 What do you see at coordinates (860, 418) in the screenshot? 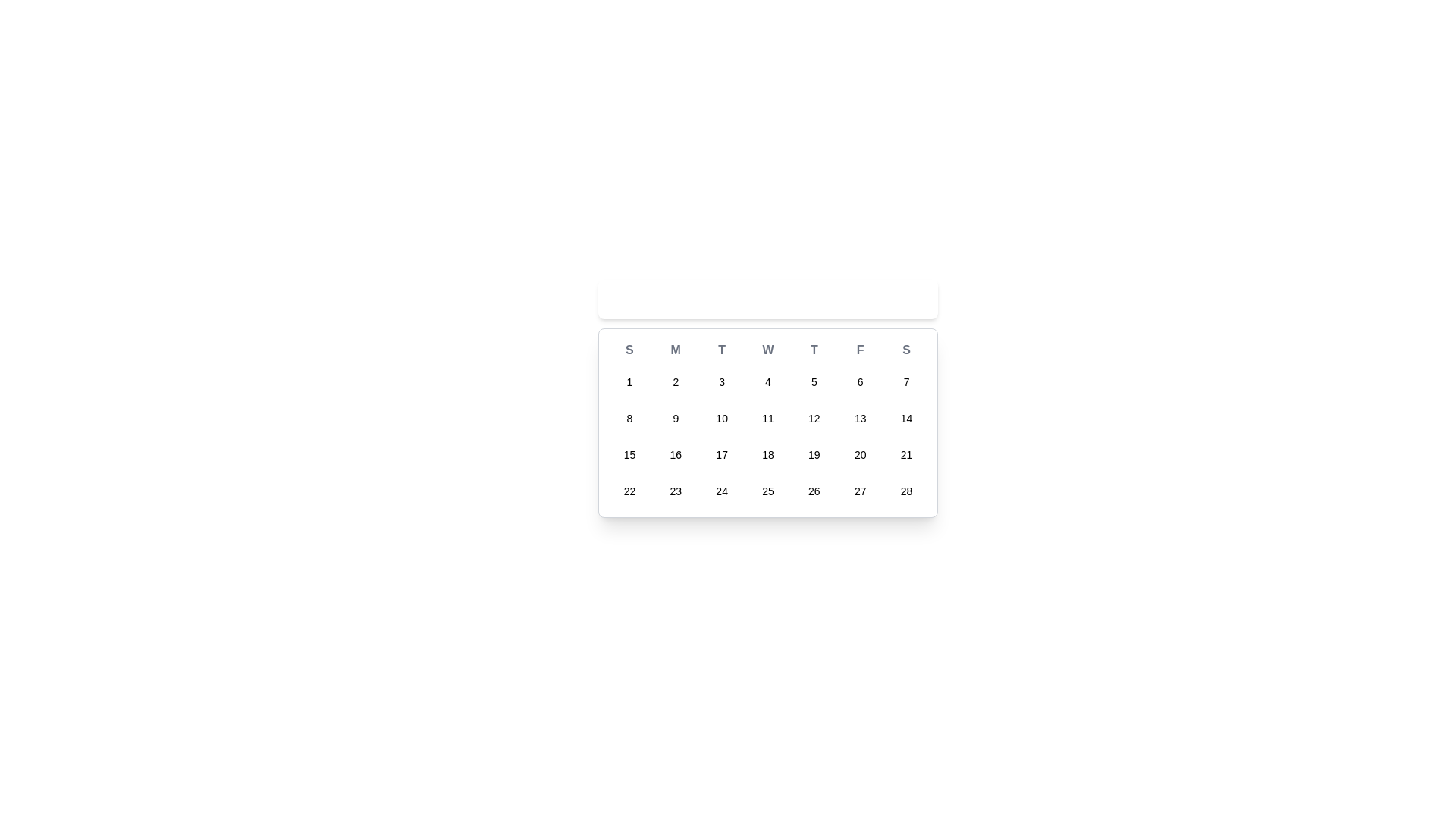
I see `the button element representing the date '13' in the calendar grid` at bounding box center [860, 418].